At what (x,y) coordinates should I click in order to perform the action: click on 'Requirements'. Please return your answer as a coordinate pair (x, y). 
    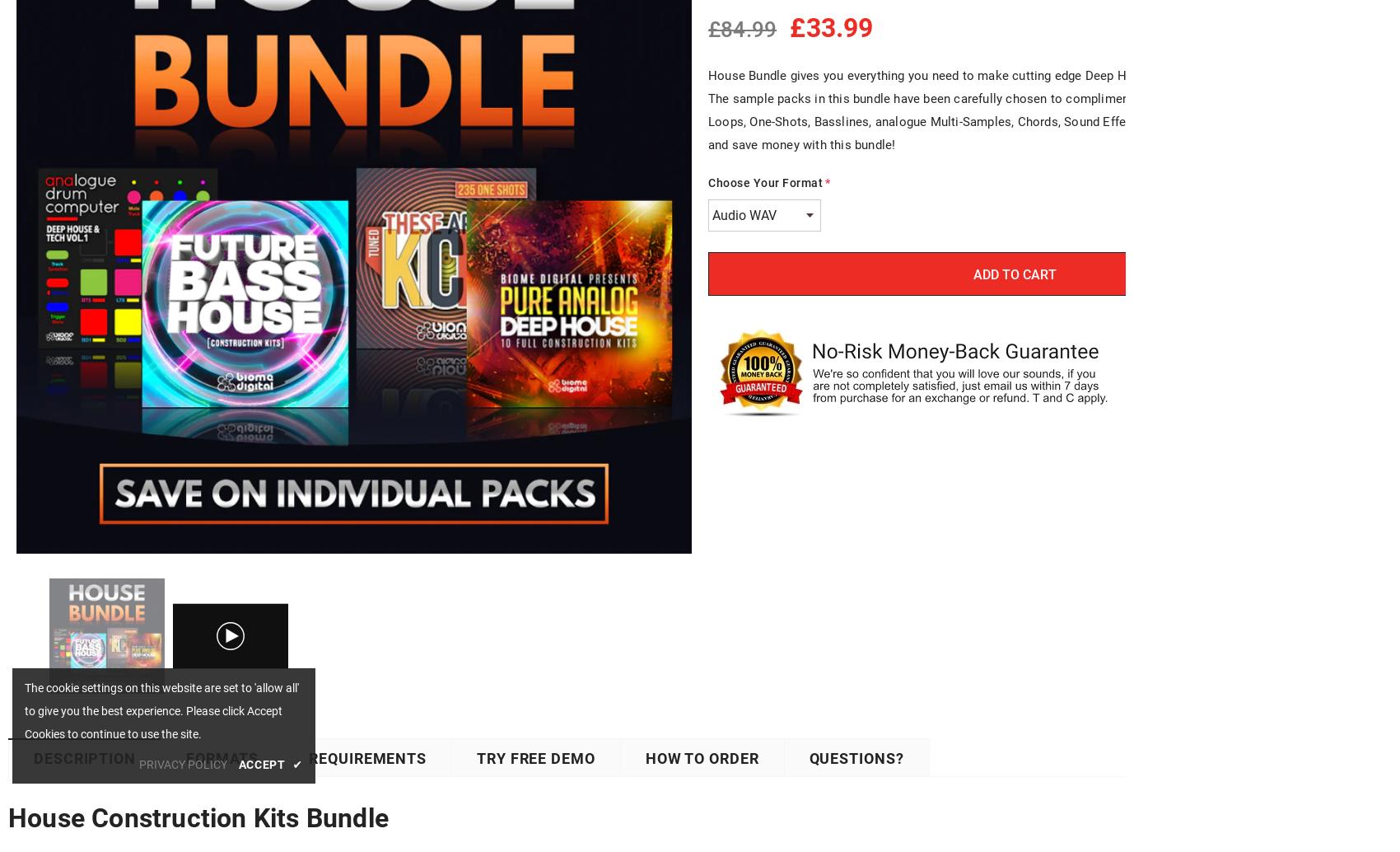
    Looking at the image, I should click on (367, 757).